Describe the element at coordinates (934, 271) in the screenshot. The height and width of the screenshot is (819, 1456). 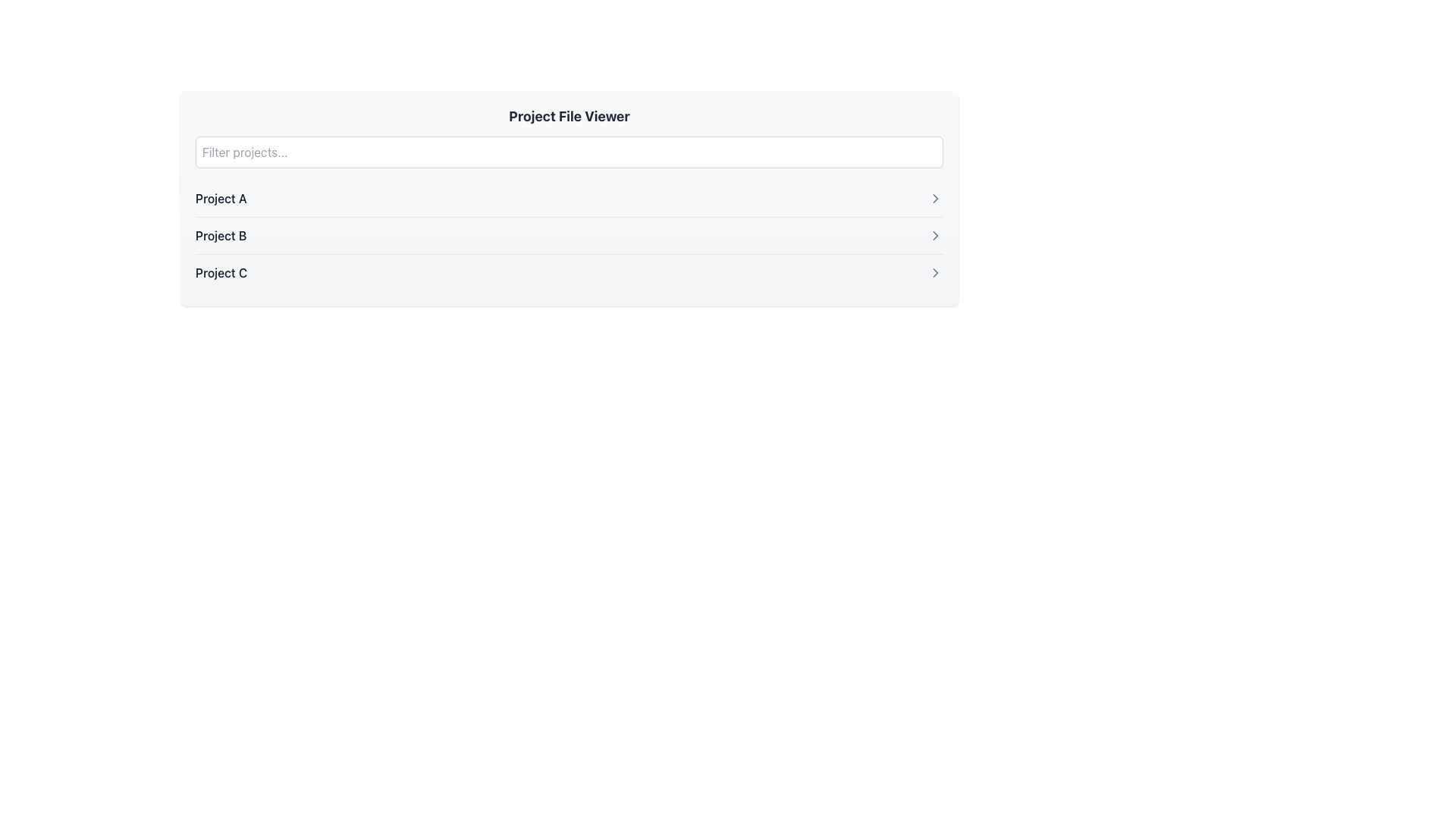
I see `the Chevron Icon located at the extreme right of the 'Project C' entry` at that location.